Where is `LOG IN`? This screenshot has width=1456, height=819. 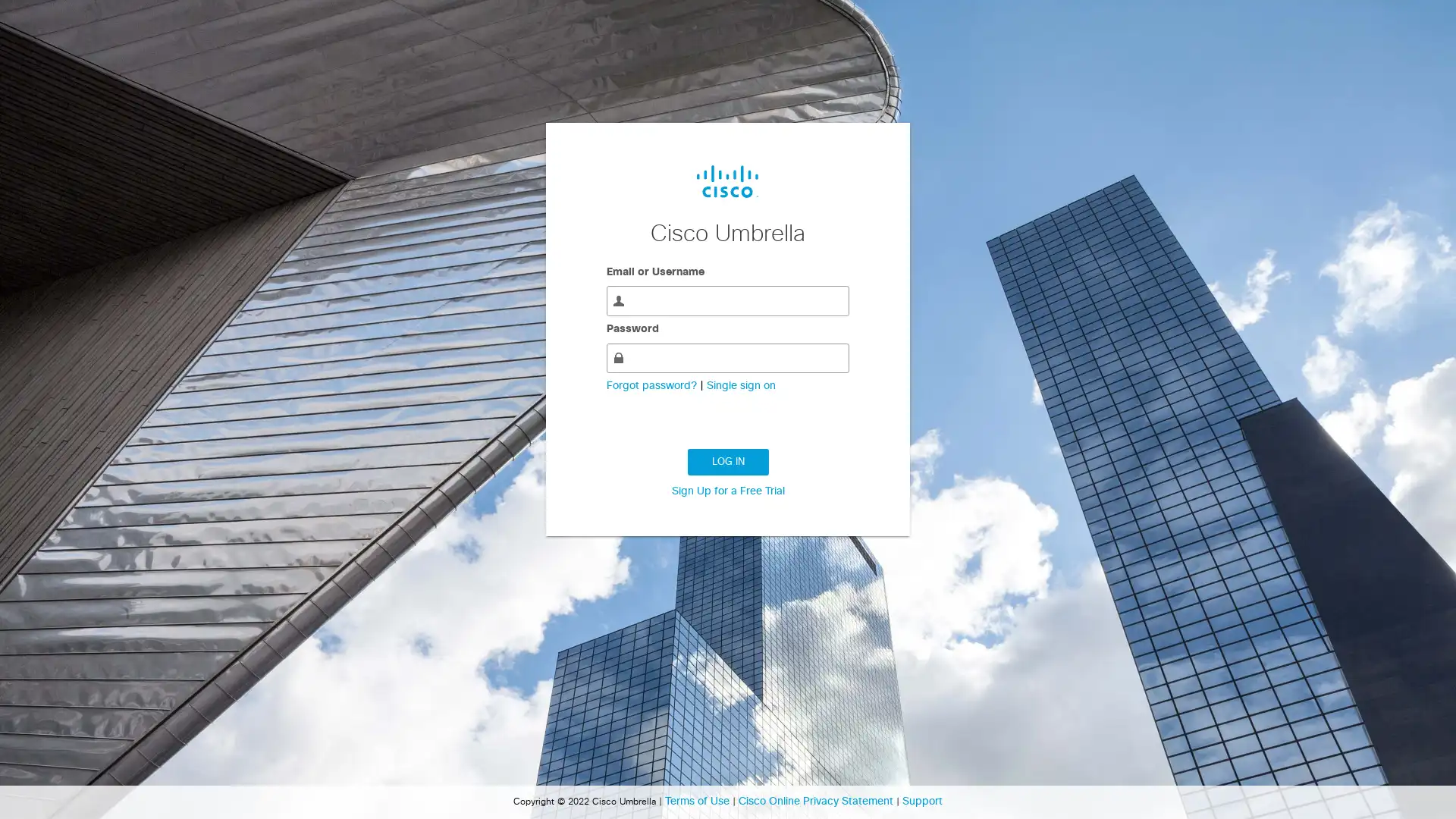 LOG IN is located at coordinates (726, 461).